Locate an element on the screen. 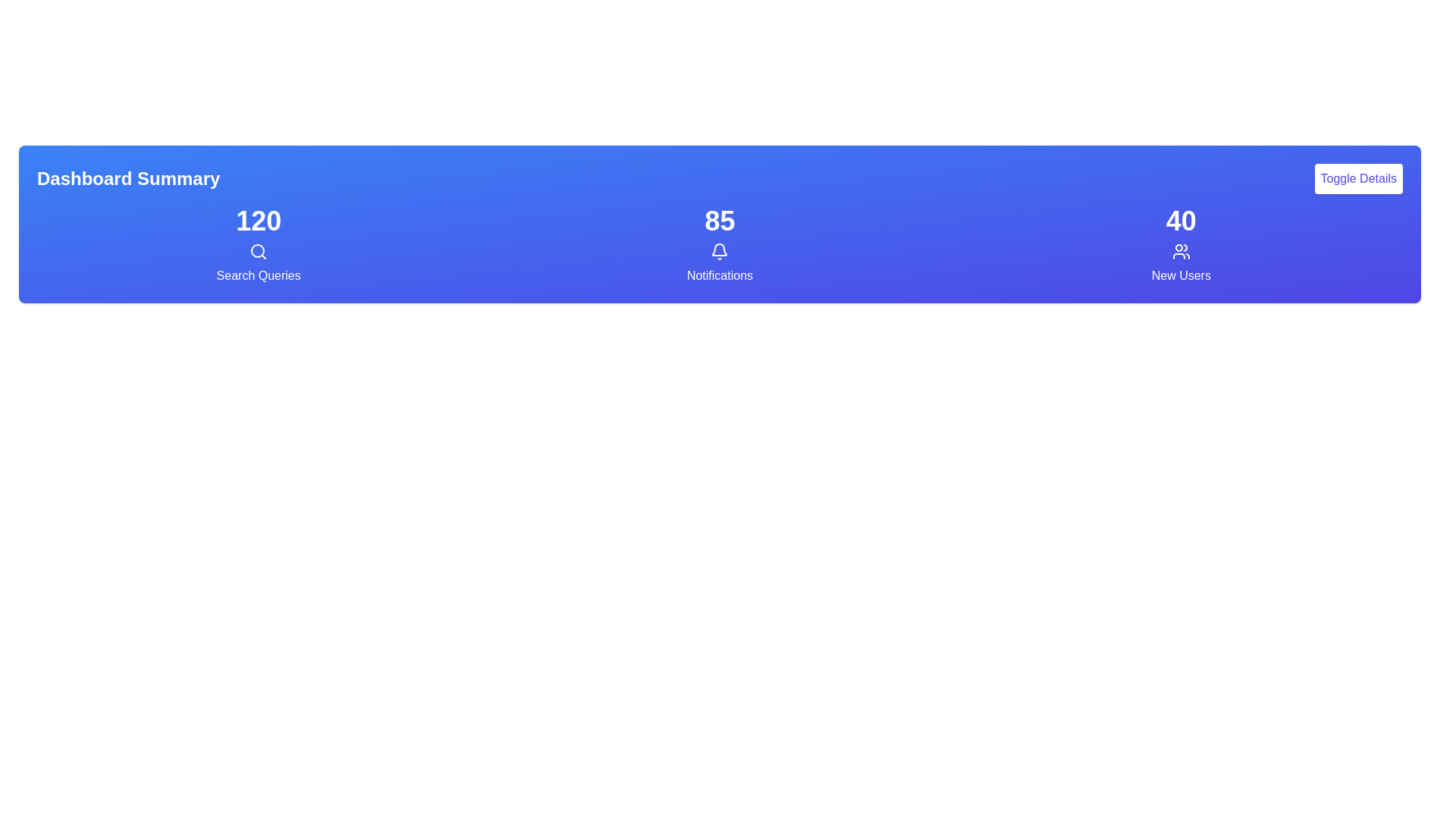 Image resolution: width=1456 pixels, height=819 pixels. the Information summary card, which features a blue gradient background, the numeral '120' in bold white text, a magnifying glass icon, and the label 'Search Queries' at the bottom is located at coordinates (259, 245).